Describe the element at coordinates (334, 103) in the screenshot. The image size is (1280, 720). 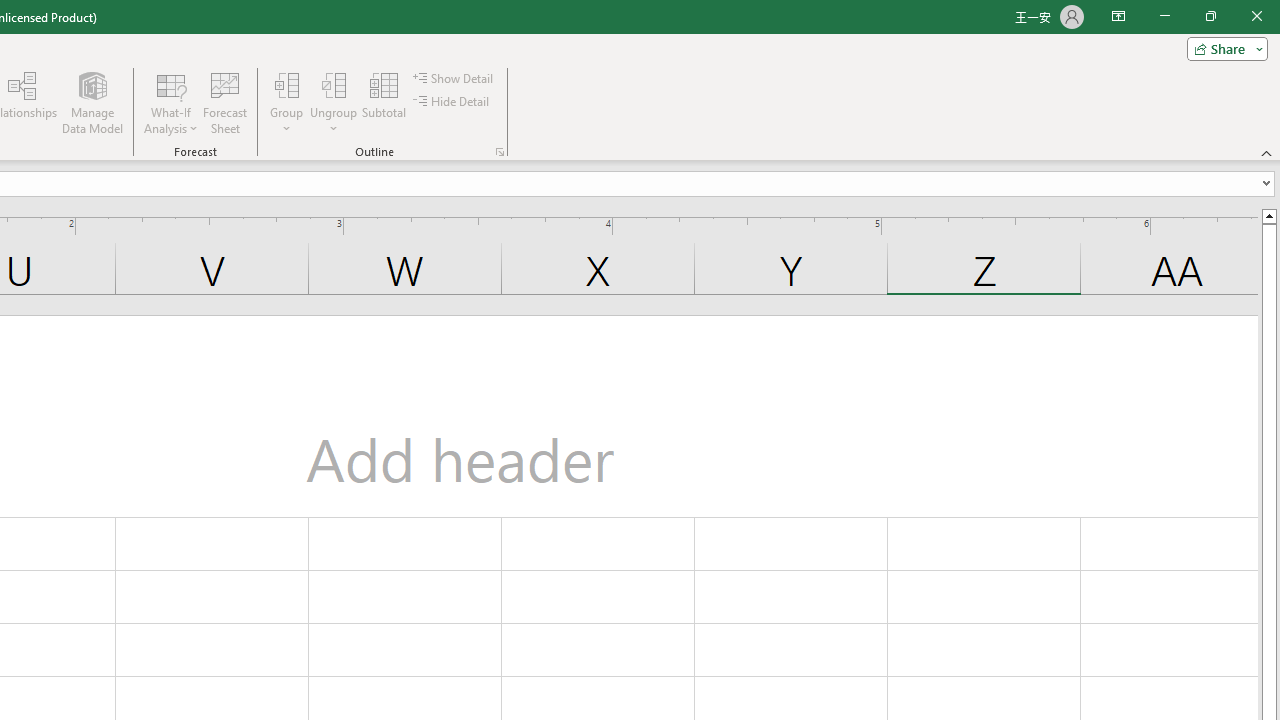
I see `'Ungroup...'` at that location.